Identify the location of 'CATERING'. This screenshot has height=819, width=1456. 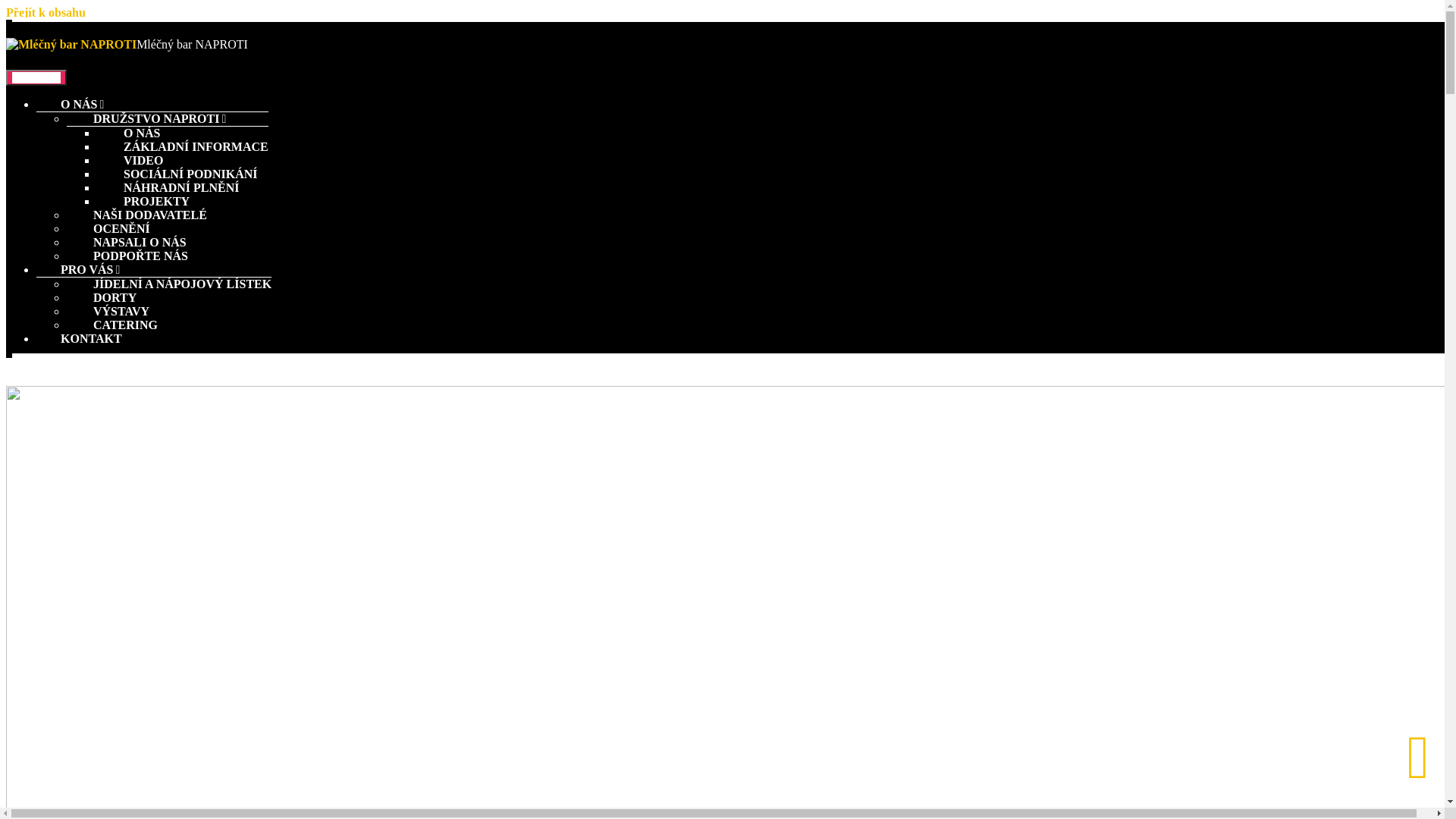
(111, 324).